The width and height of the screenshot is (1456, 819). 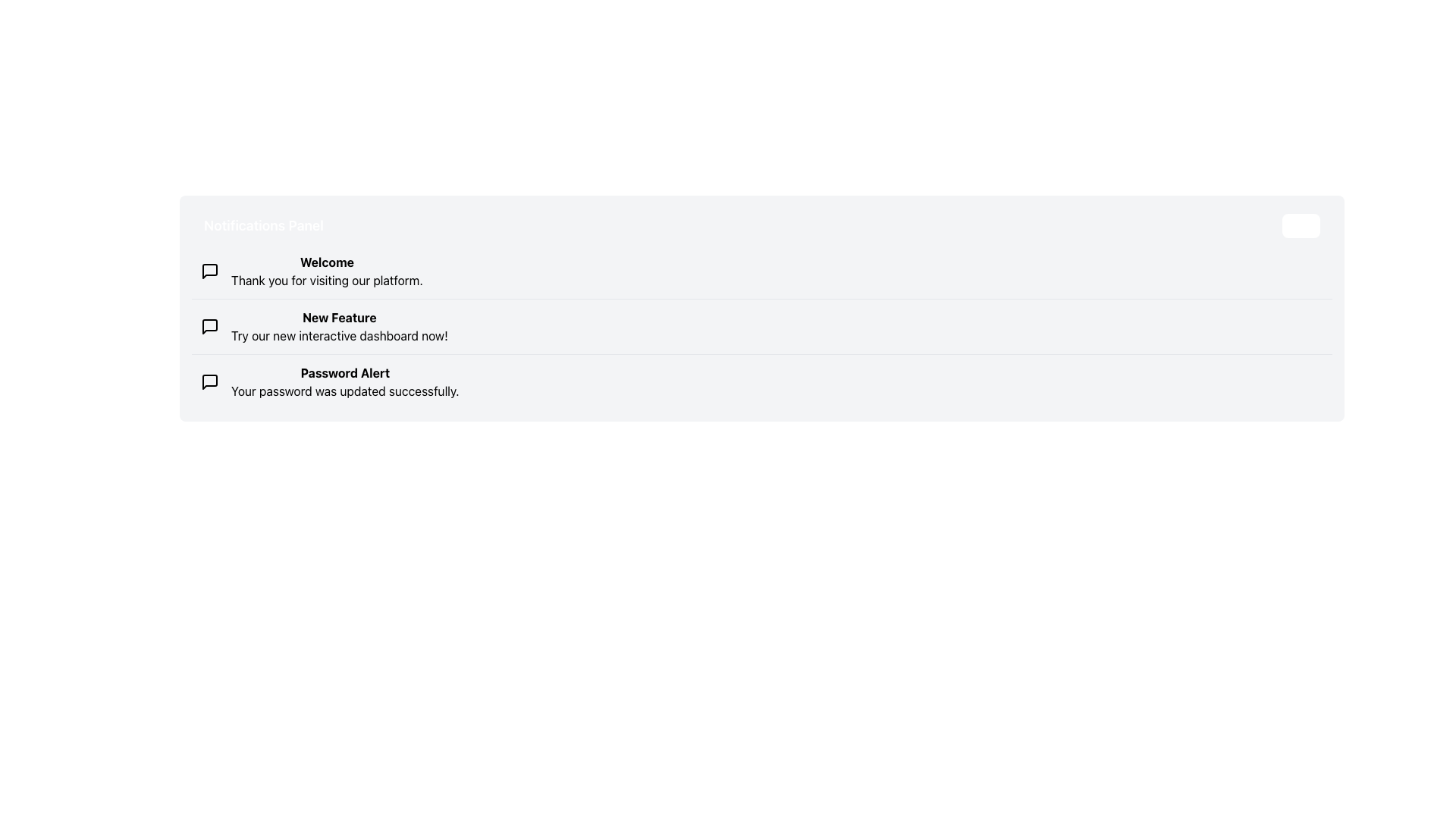 I want to click on text block containing 'Welcome' and 'Thank you for visiting our platform.' that is the first notification entry in the notification panel below the message icon, so click(x=326, y=271).